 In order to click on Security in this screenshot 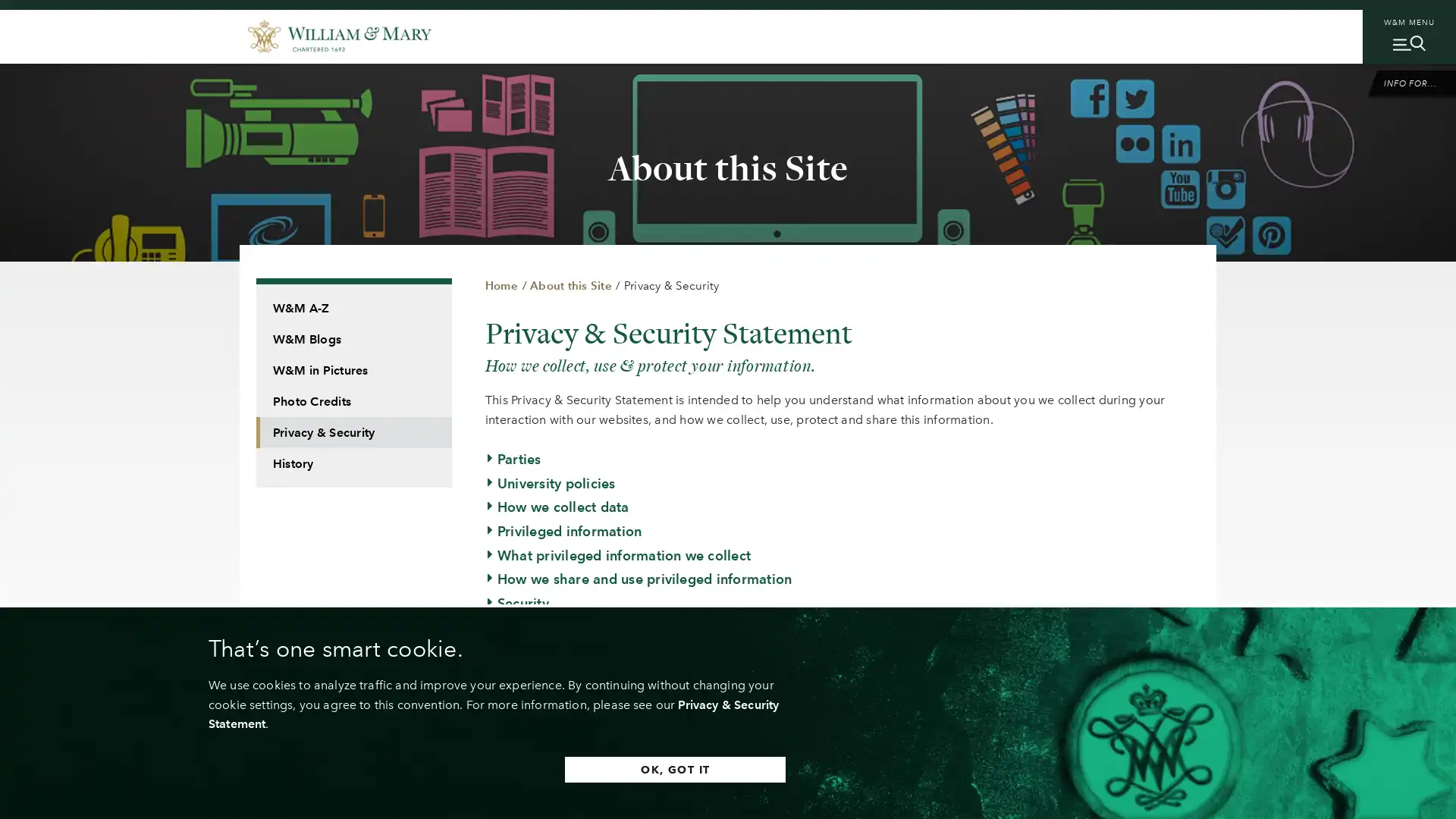, I will do `click(516, 602)`.